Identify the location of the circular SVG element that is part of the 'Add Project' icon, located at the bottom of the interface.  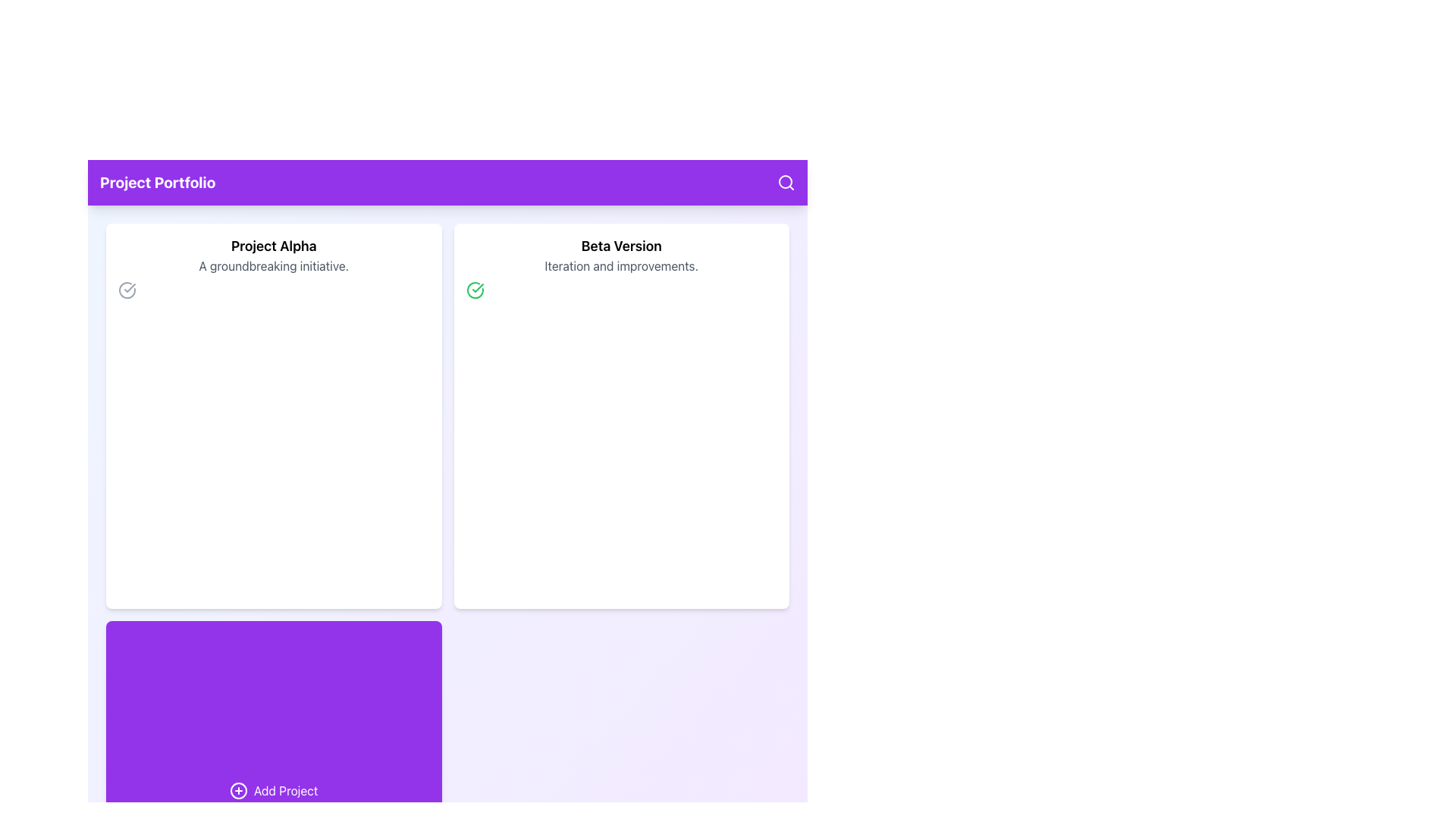
(238, 789).